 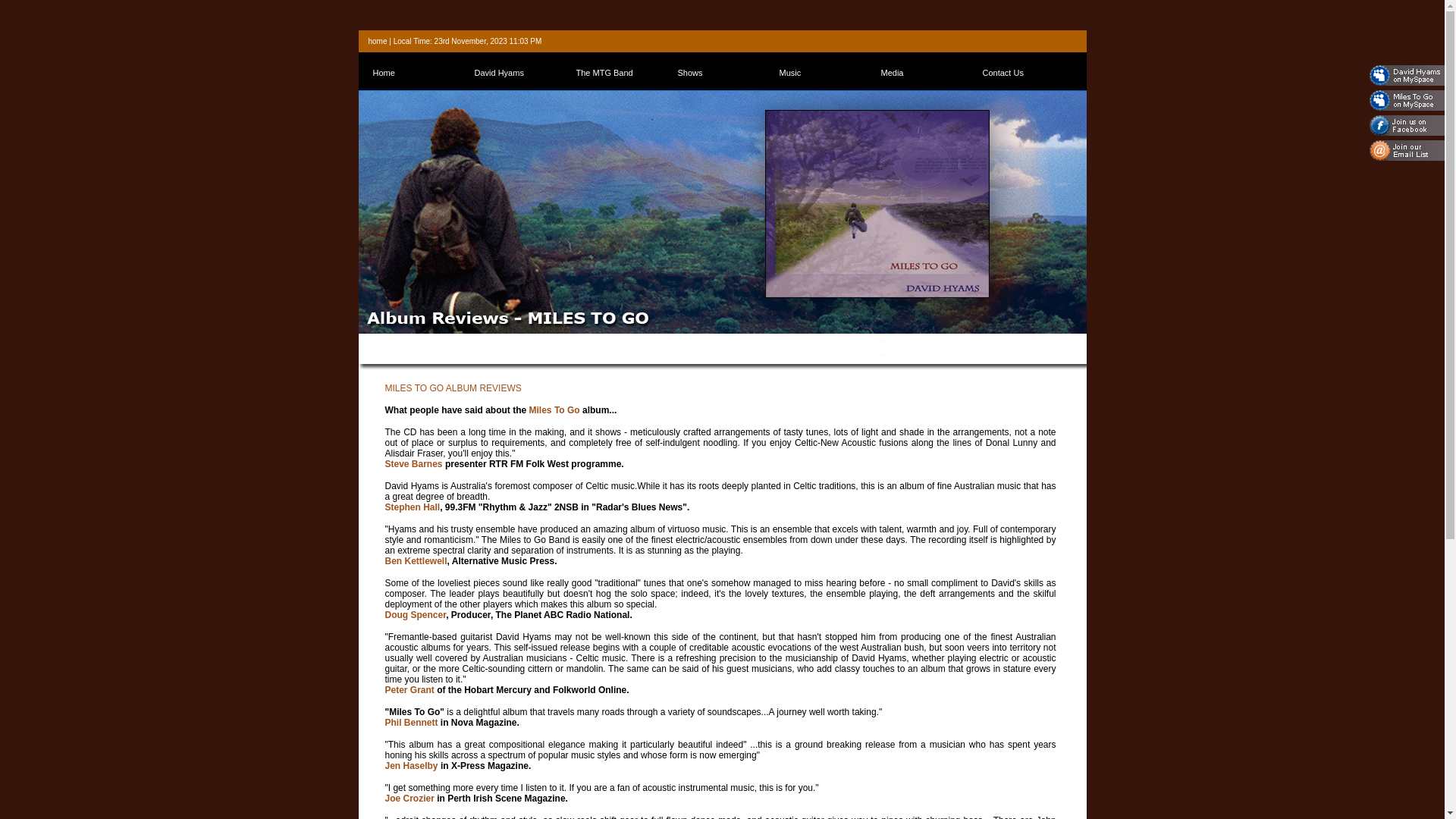 I want to click on 'home', so click(x=378, y=40).